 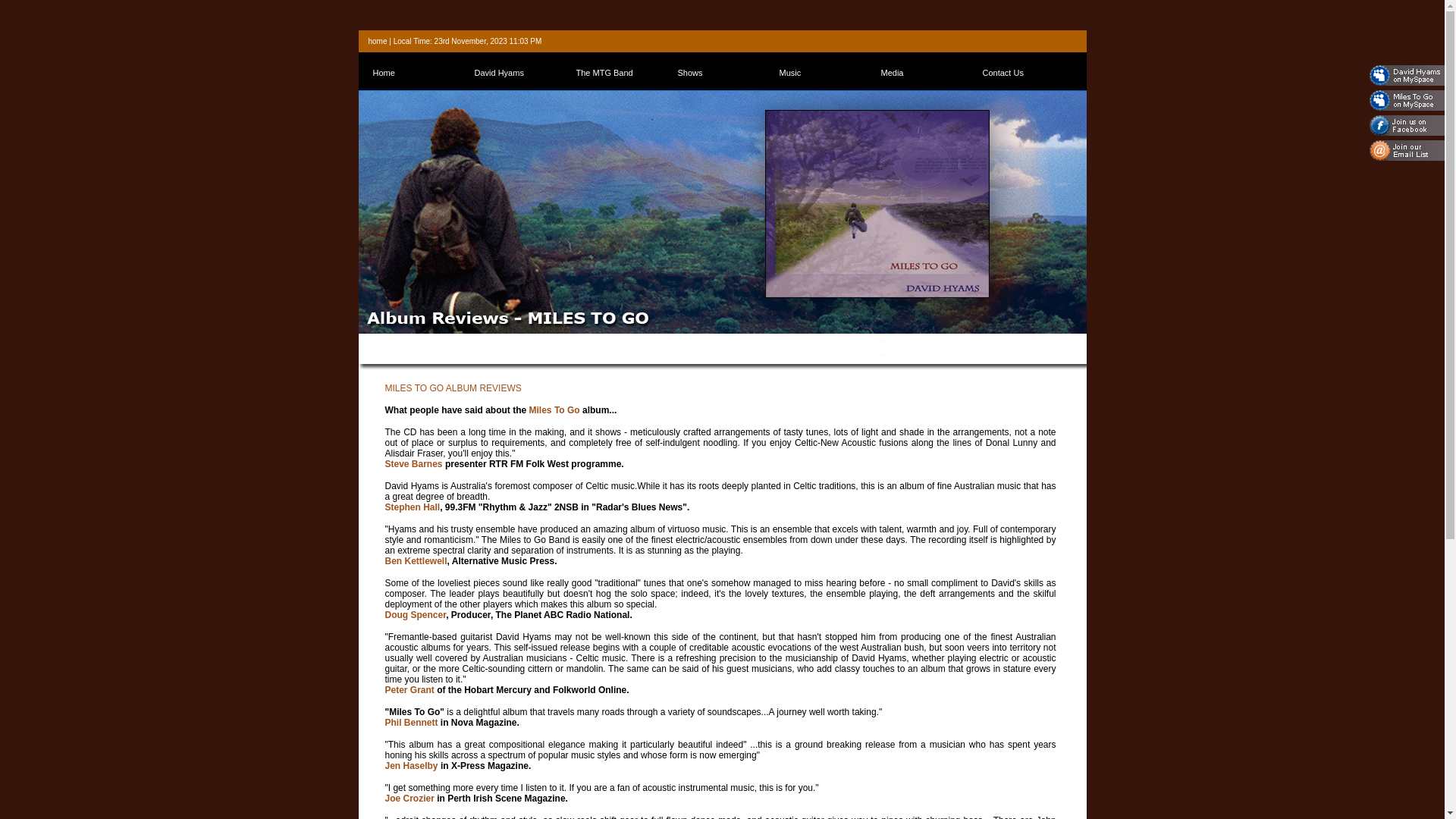 I want to click on 'home', so click(x=378, y=40).